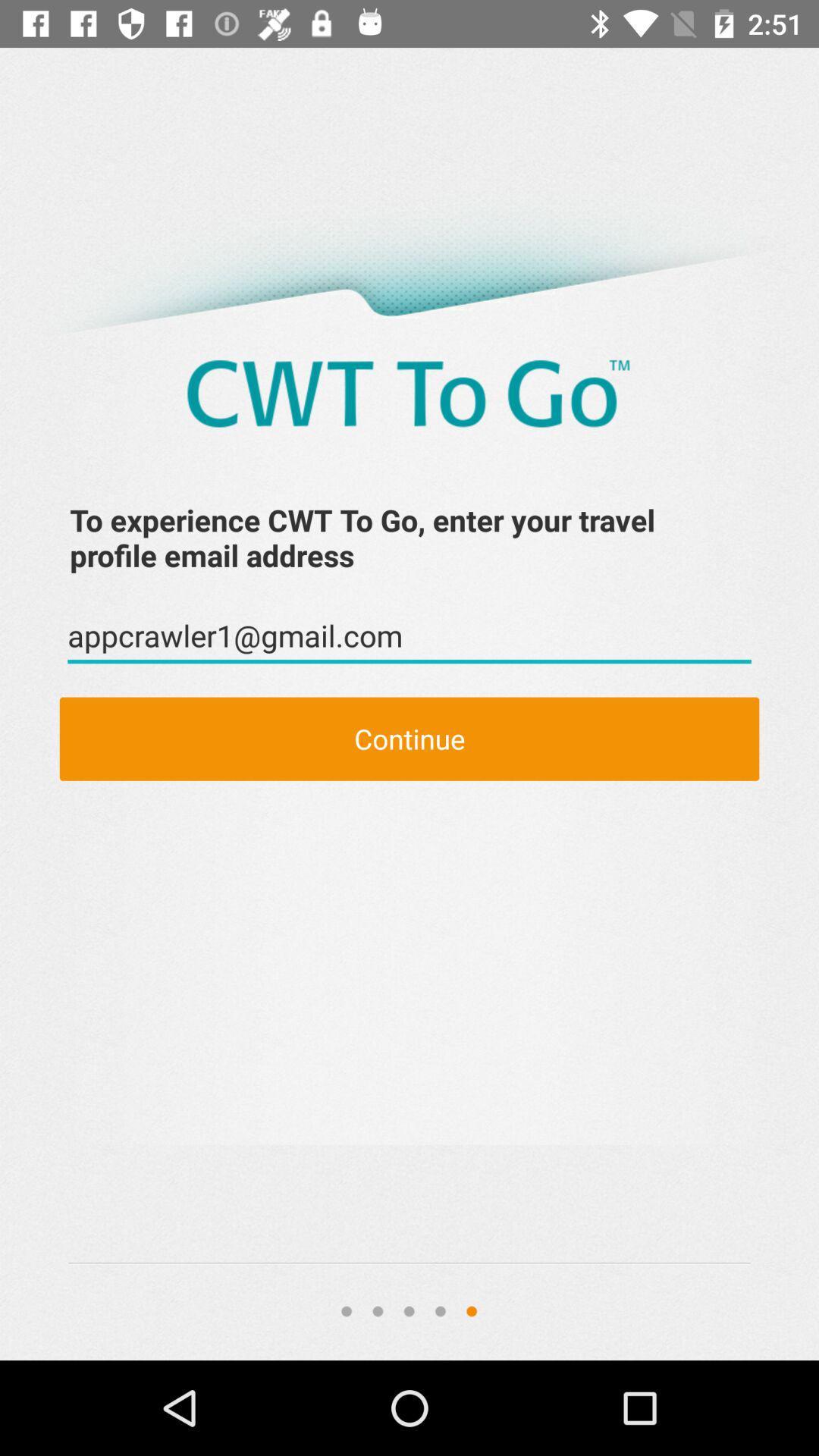  What do you see at coordinates (409, 636) in the screenshot?
I see `item below the to experience cwt` at bounding box center [409, 636].